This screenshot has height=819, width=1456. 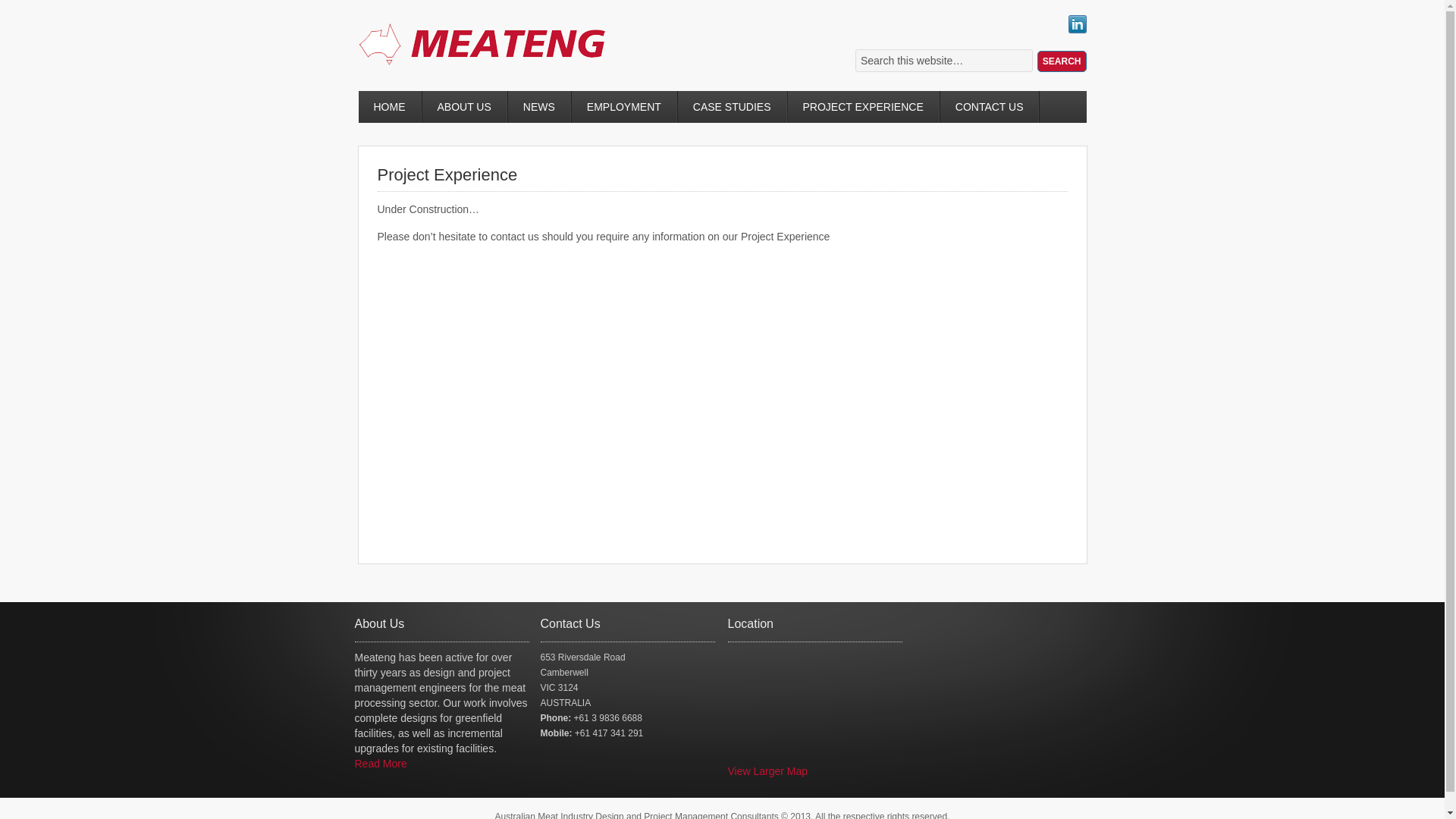 What do you see at coordinates (381, 763) in the screenshot?
I see `'Read More'` at bounding box center [381, 763].